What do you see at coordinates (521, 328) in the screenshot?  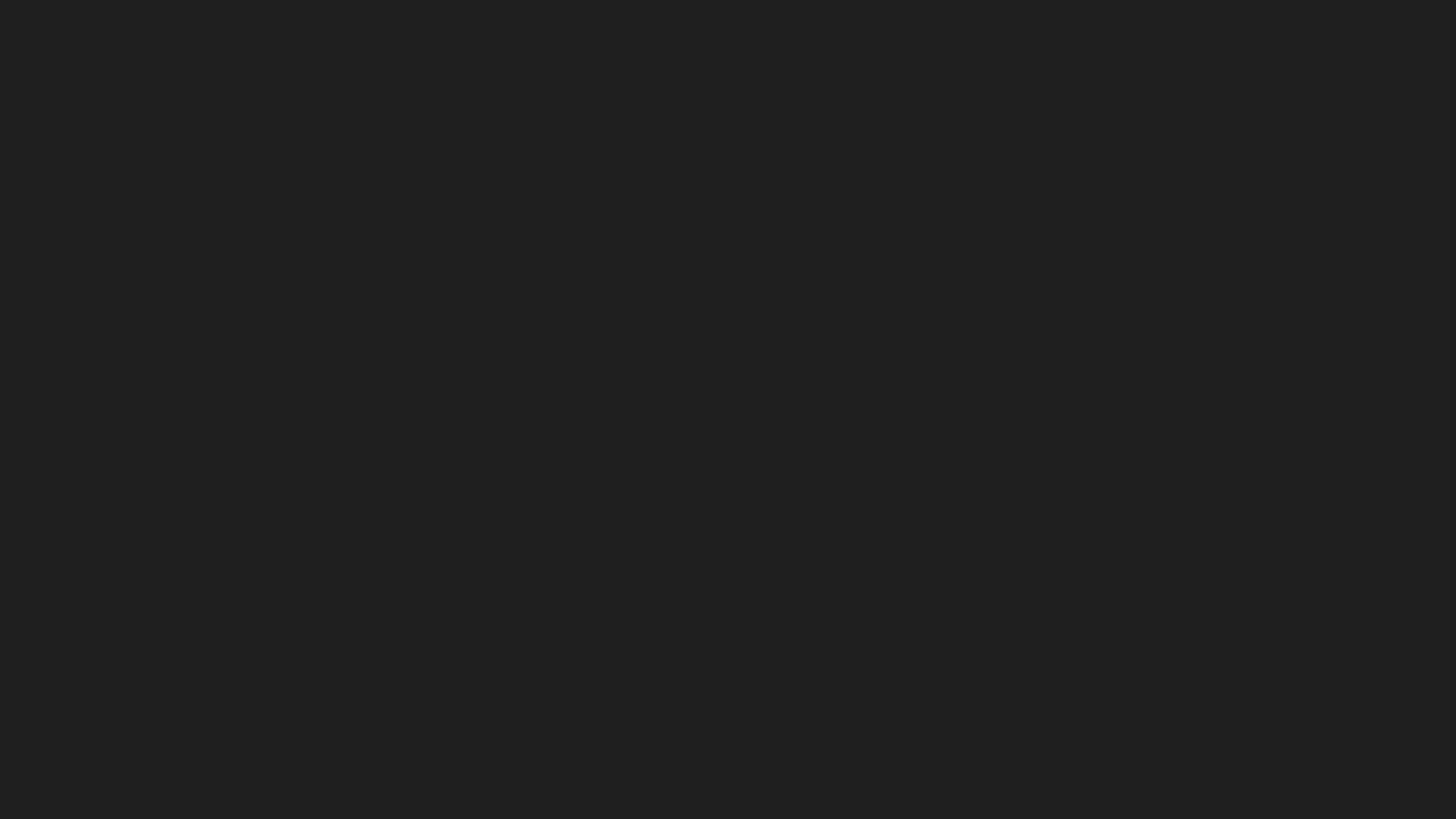 I see `More` at bounding box center [521, 328].